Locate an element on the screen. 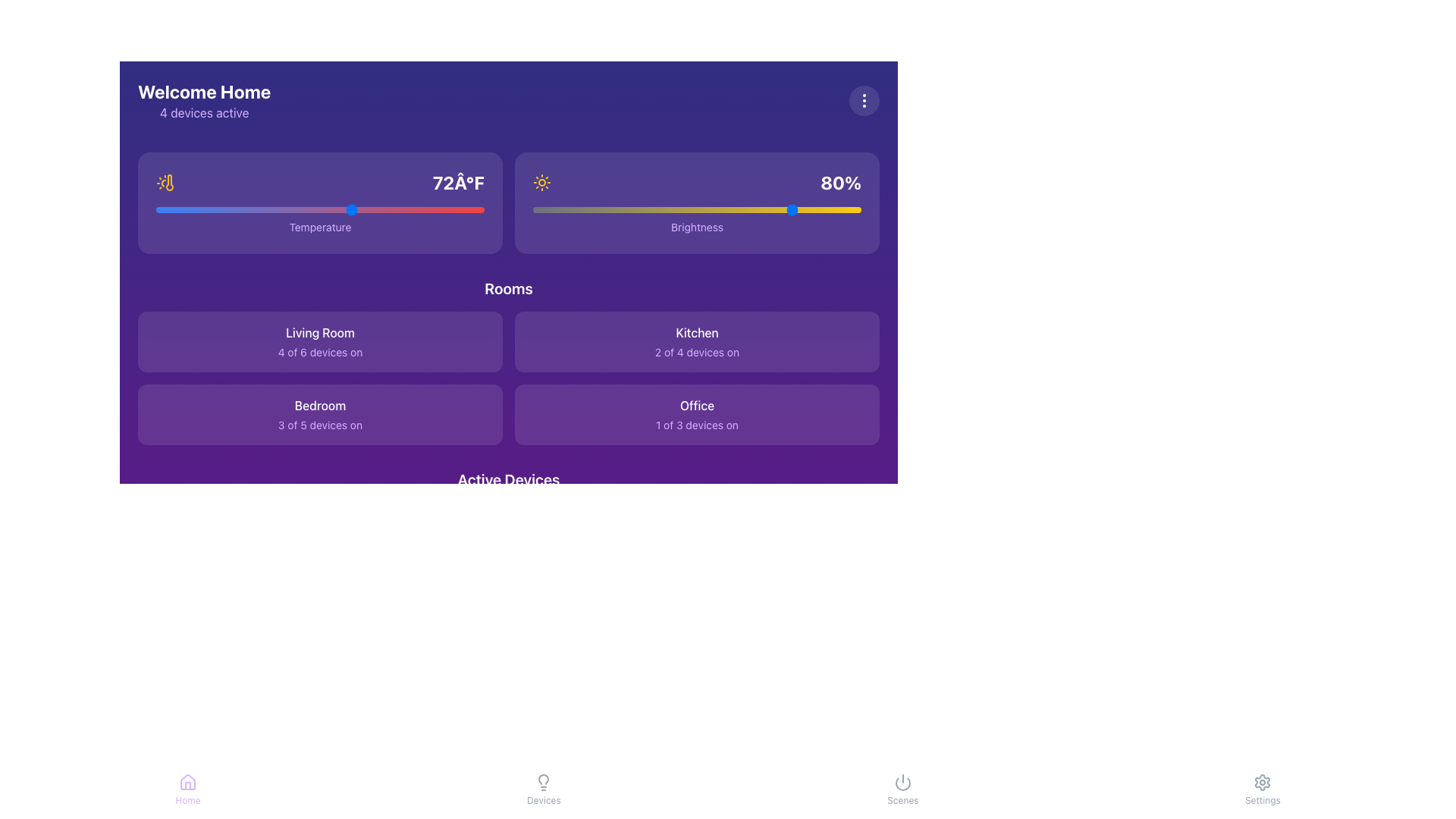 This screenshot has height=819, width=1456. the 'Bedroom' card UI component located is located at coordinates (319, 415).